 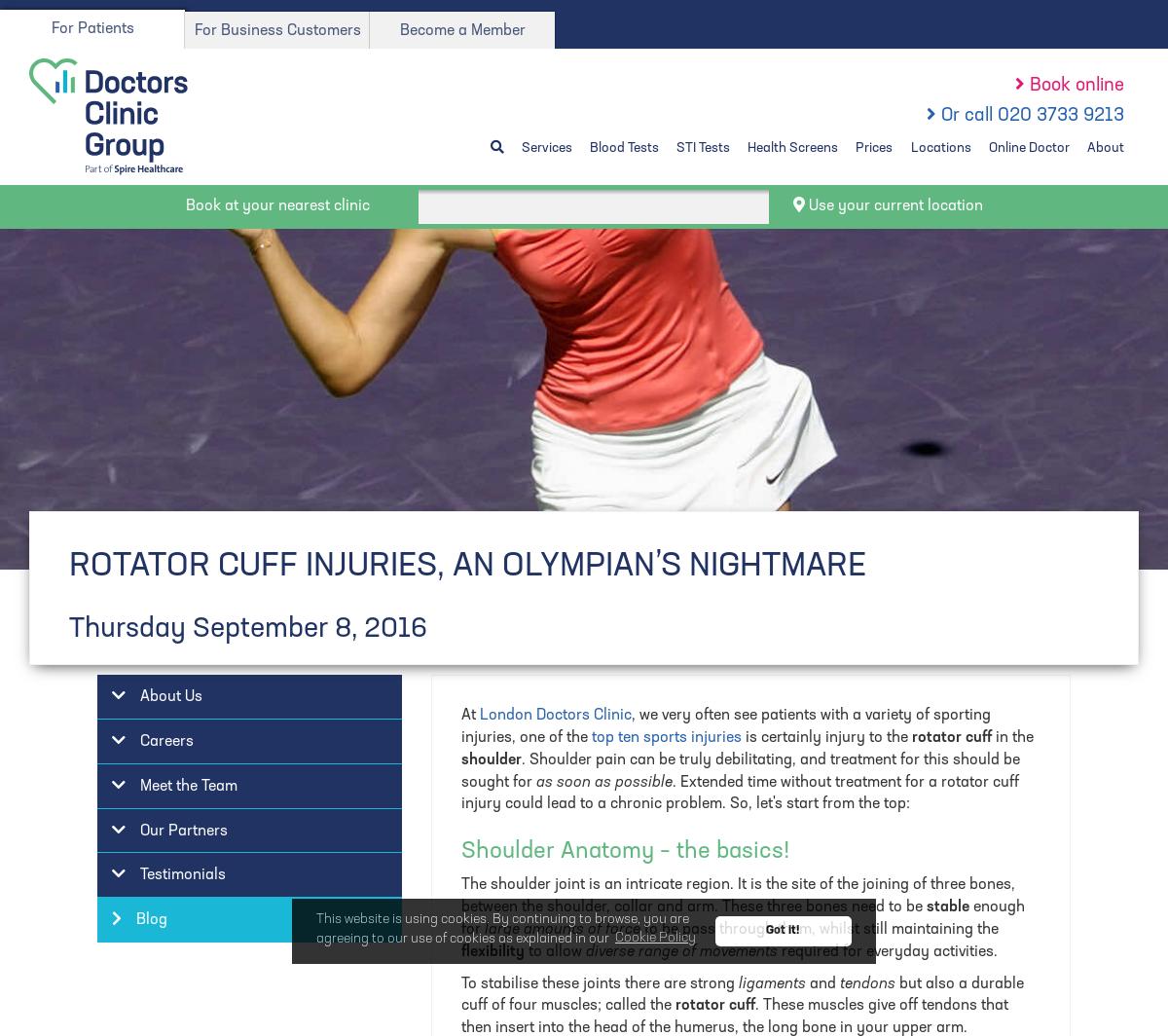 What do you see at coordinates (890, 950) in the screenshot?
I see `'required for everyday activities.'` at bounding box center [890, 950].